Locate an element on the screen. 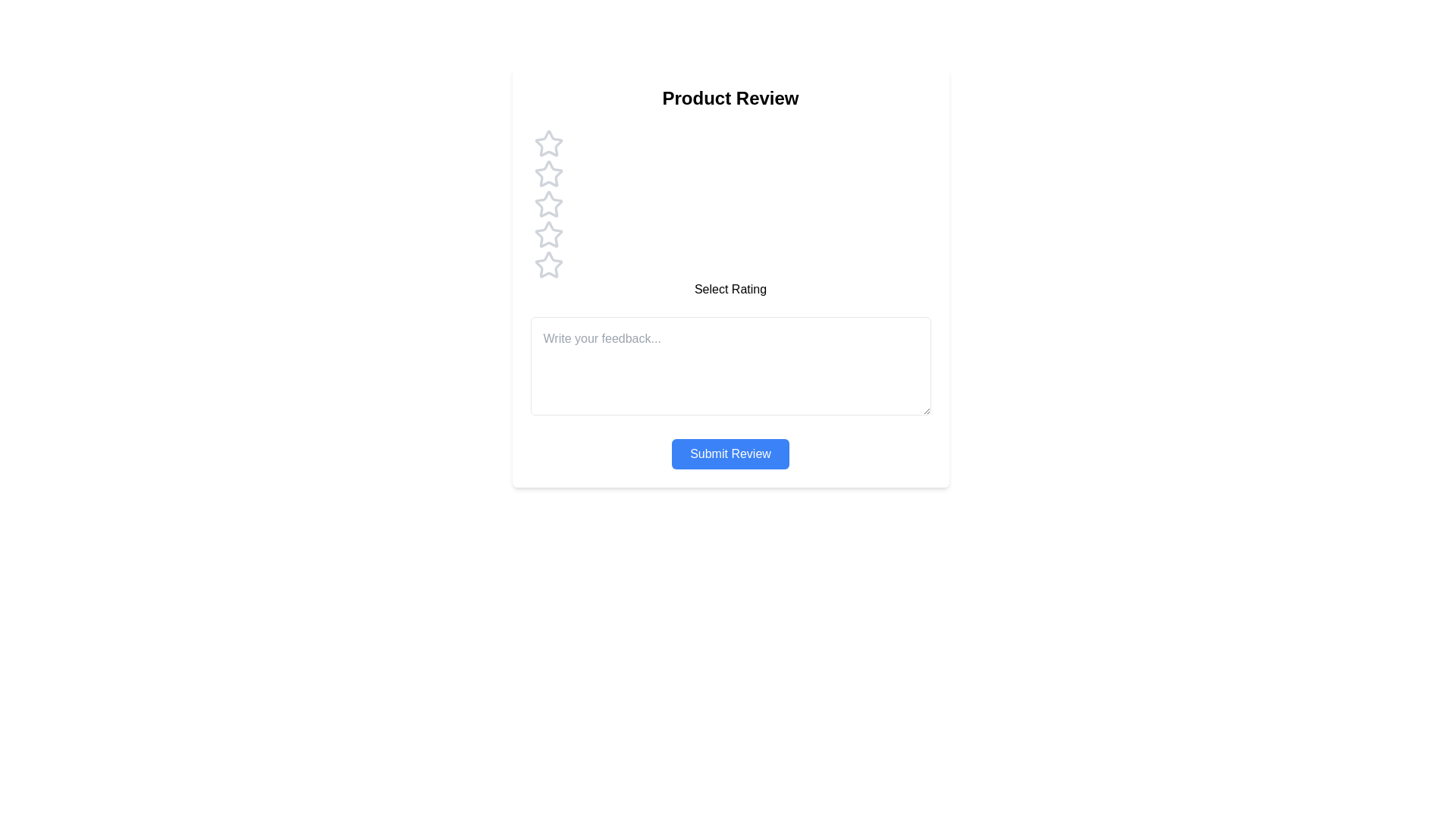  the submission button for the review process, which is located at the bottom of the feedback card in the center of the interface is located at coordinates (730, 453).